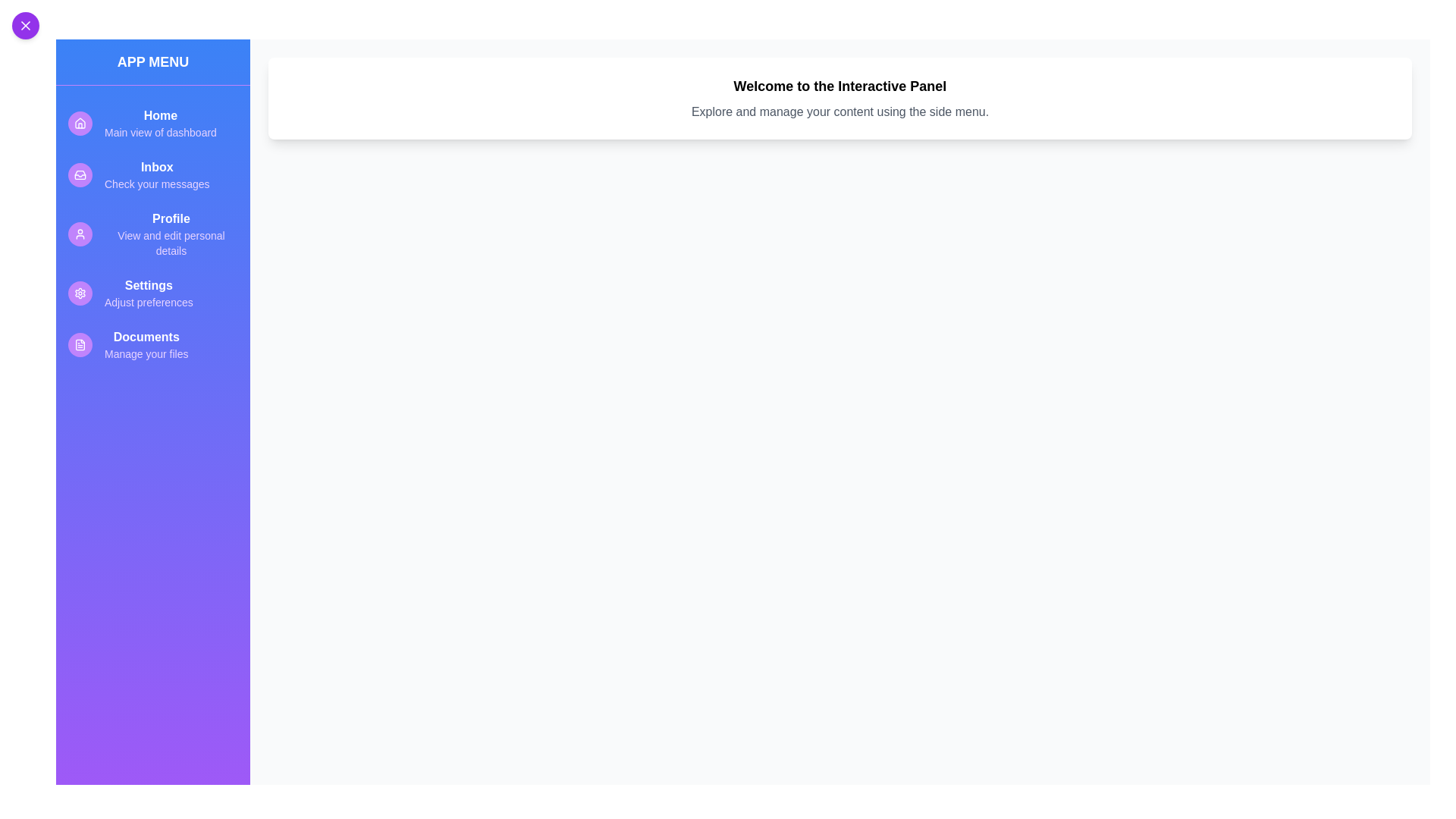 The height and width of the screenshot is (819, 1456). Describe the element at coordinates (152, 122) in the screenshot. I see `the menu item corresponding to Home` at that location.